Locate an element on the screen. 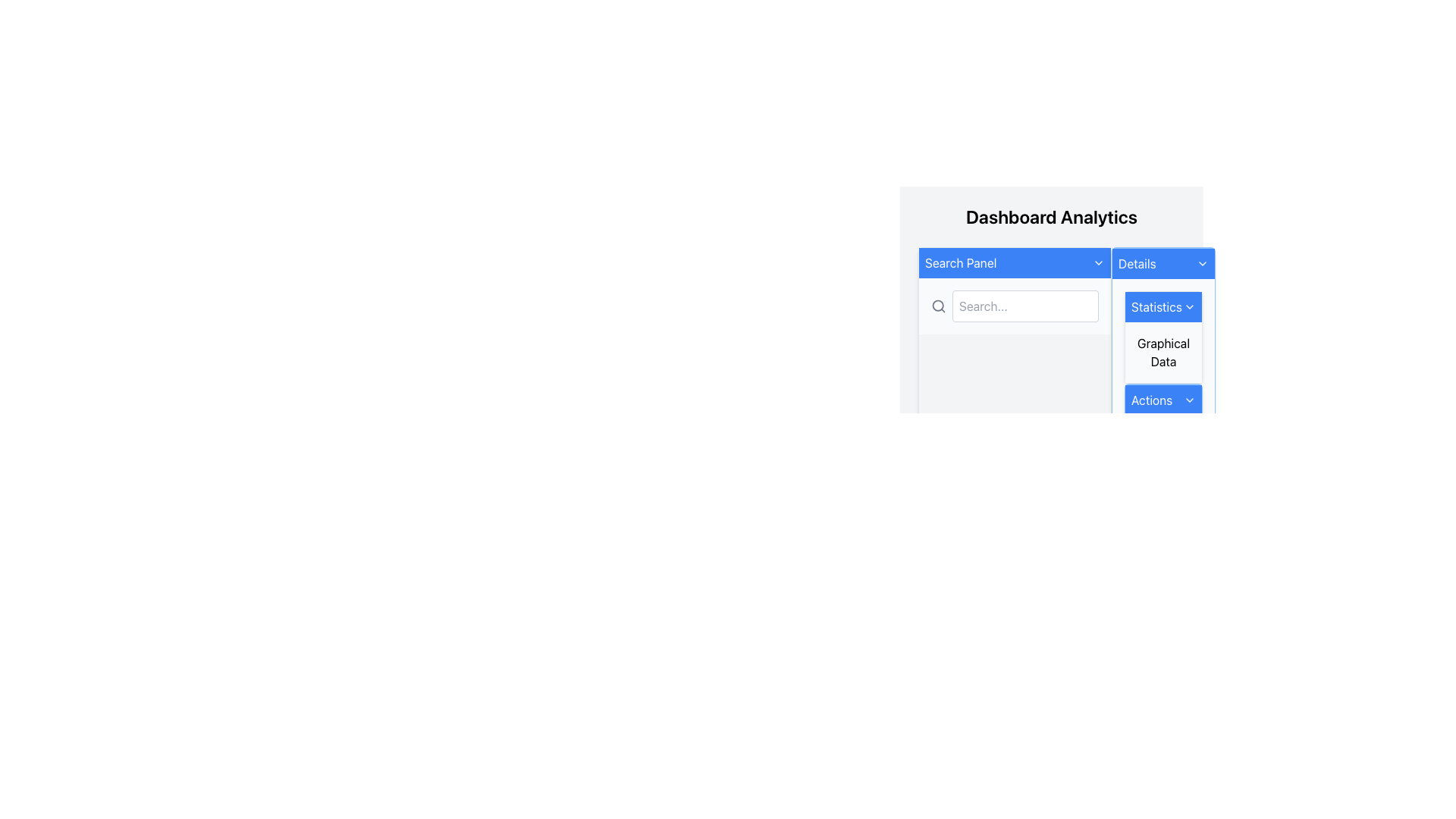 This screenshot has height=819, width=1456. the downward-pointing arrow icon in the 'Actions' section, which is located to the right of the text 'Actions' in the blue rectangular button at the bottom of the 'Details' dropdown menu is located at coordinates (1189, 400).